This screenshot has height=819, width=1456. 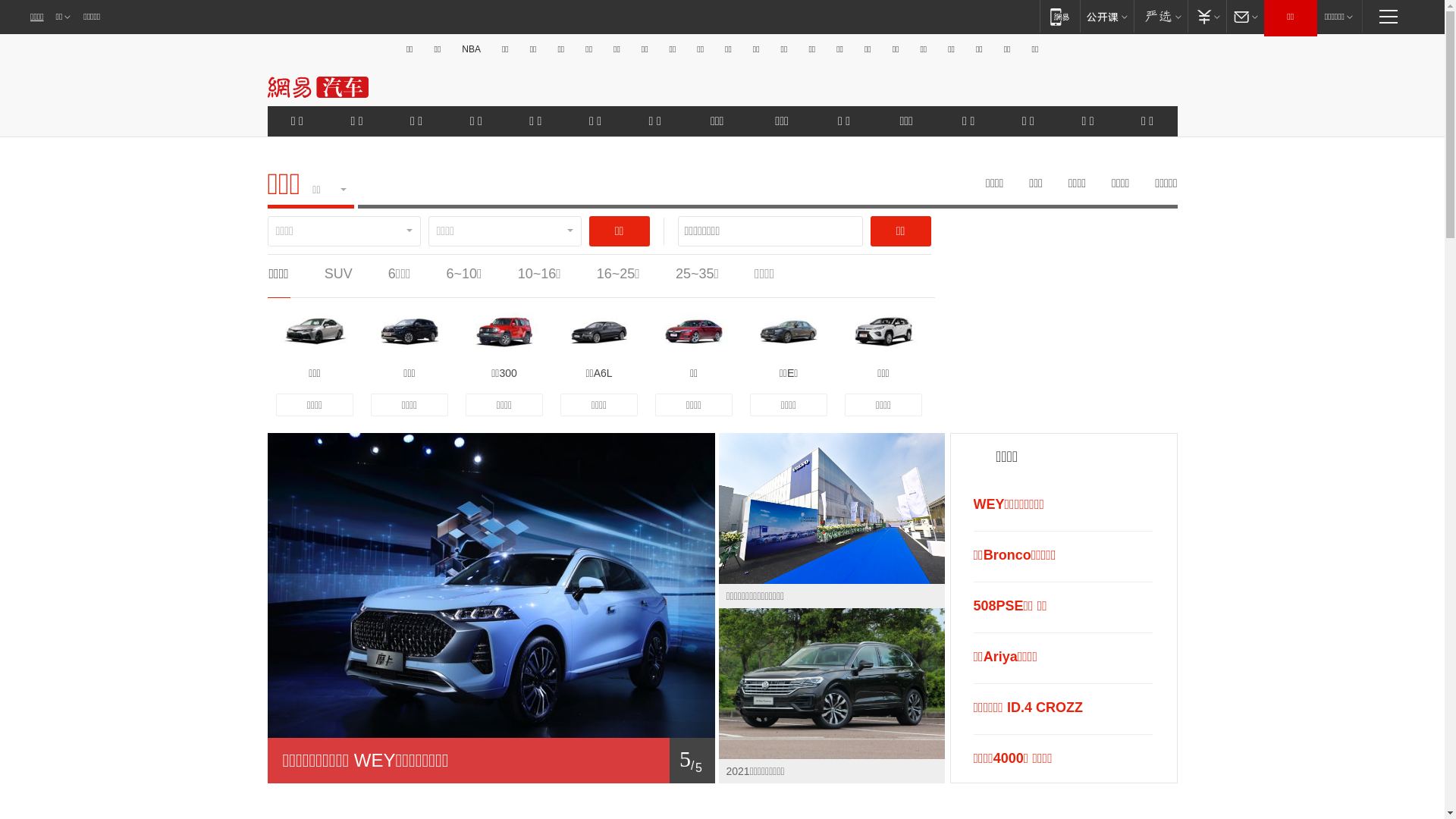 What do you see at coordinates (457, 49) in the screenshot?
I see `'NBA'` at bounding box center [457, 49].